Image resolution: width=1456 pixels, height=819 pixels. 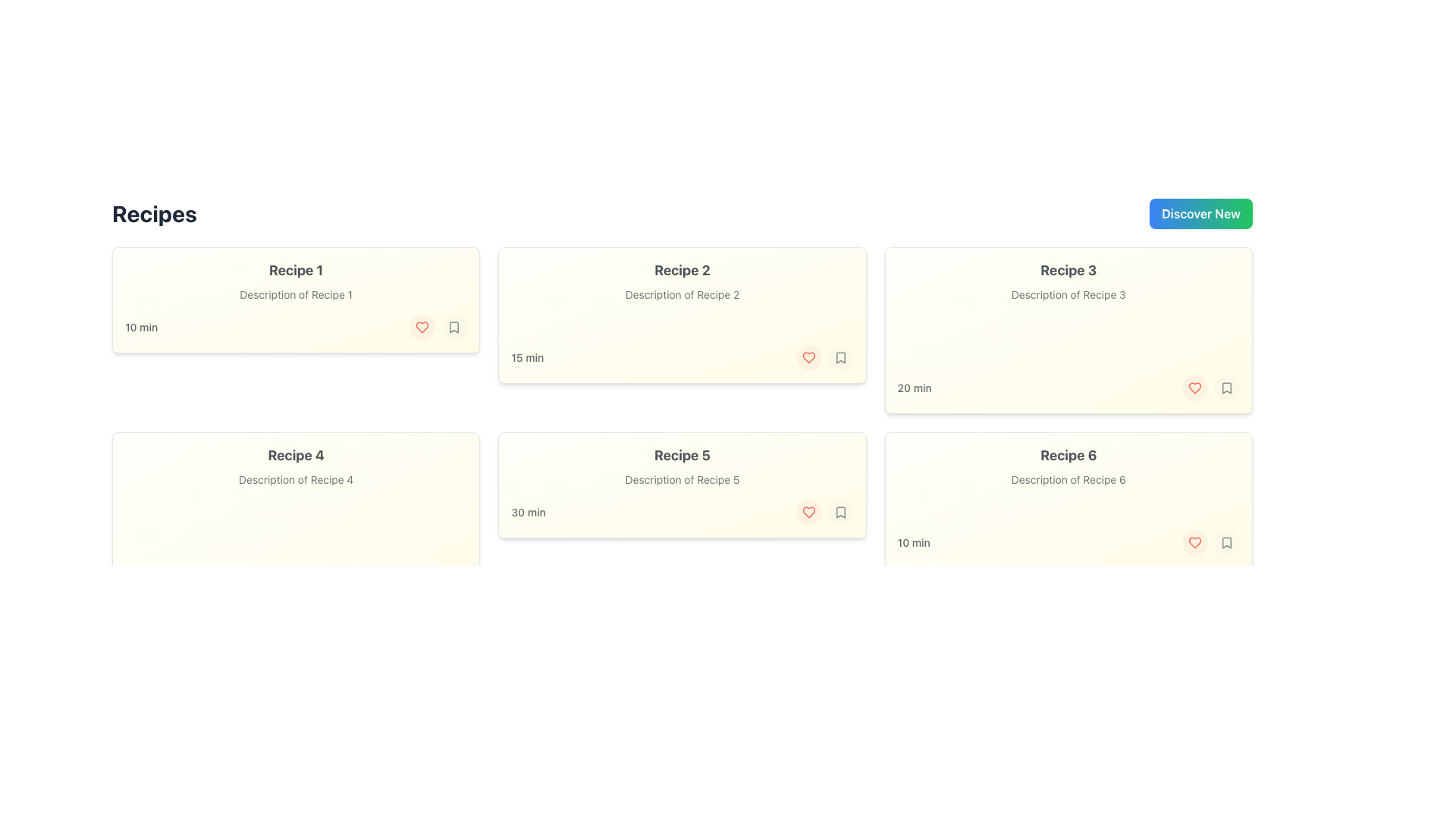 What do you see at coordinates (681, 270) in the screenshot?
I see `the bold text element displaying 'Recipe 2' located at the top center of the second recipe card` at bounding box center [681, 270].